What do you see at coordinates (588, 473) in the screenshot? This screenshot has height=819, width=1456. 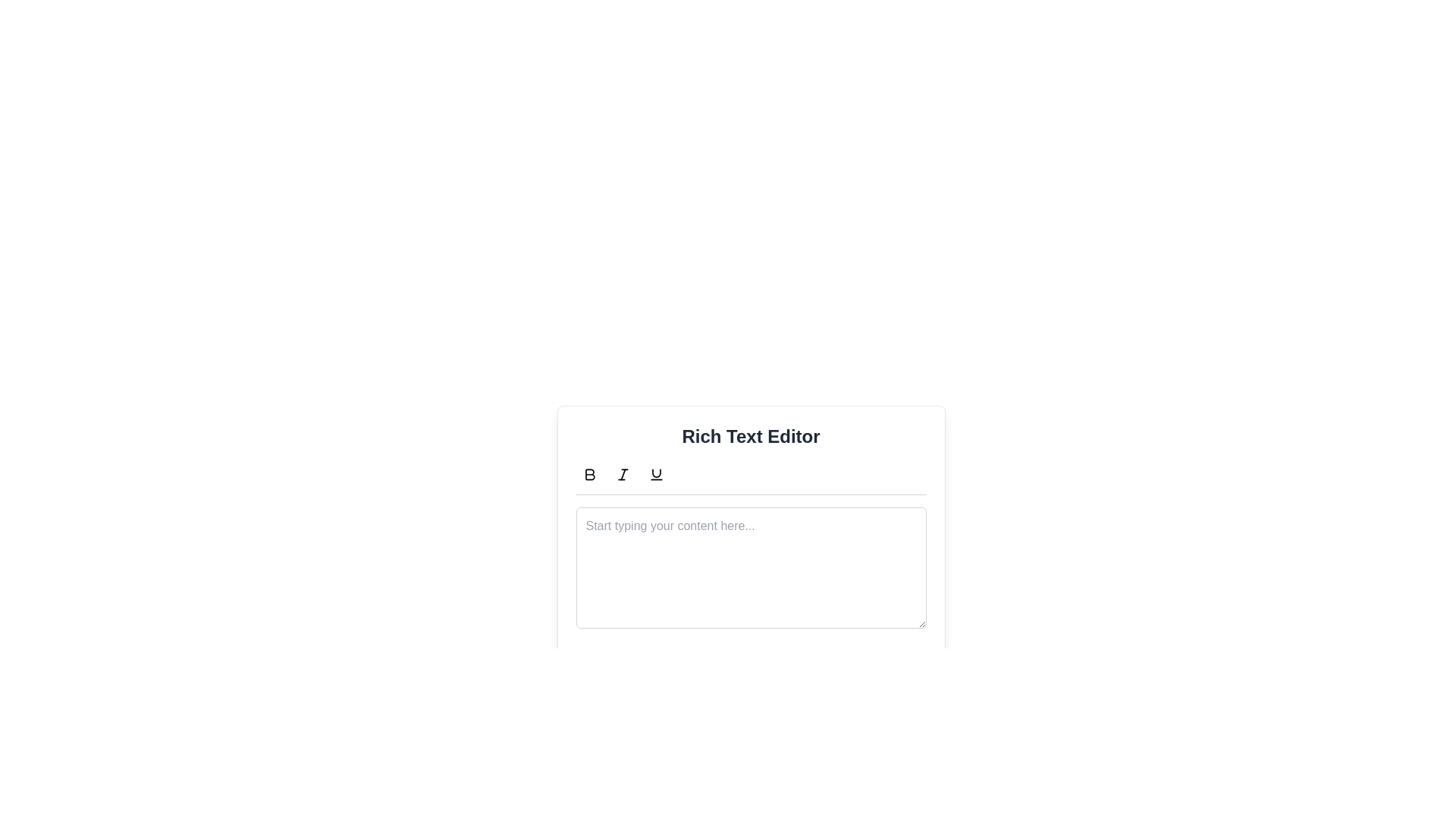 I see `the circular button with a bold letter 'B' inside, located in the first slot from the left among text formatting buttons above the 'Rich Text Editor'` at bounding box center [588, 473].